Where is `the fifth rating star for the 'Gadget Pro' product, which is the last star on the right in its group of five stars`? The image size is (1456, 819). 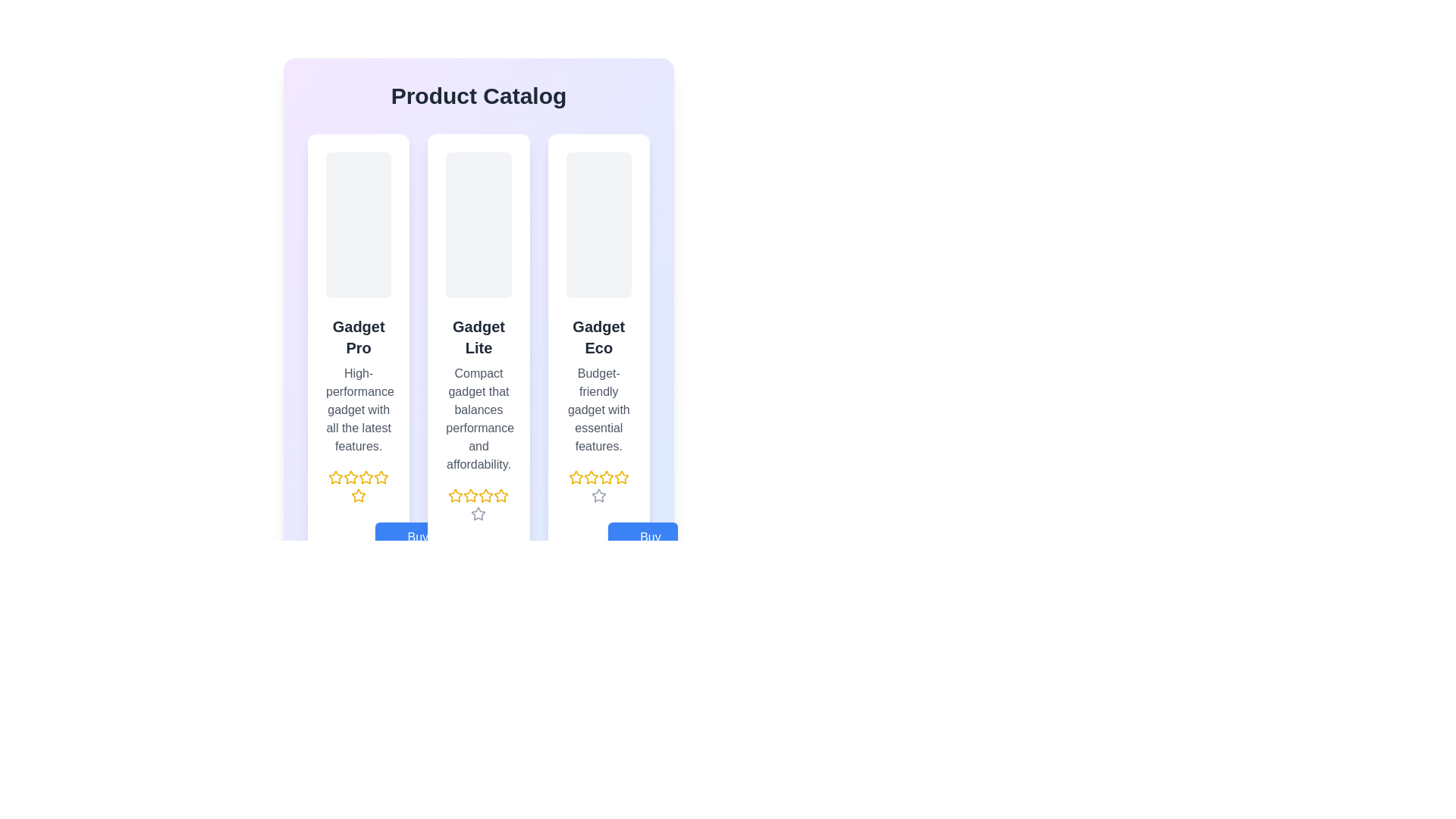
the fifth rating star for the 'Gadget Pro' product, which is the last star on the right in its group of five stars is located at coordinates (366, 476).